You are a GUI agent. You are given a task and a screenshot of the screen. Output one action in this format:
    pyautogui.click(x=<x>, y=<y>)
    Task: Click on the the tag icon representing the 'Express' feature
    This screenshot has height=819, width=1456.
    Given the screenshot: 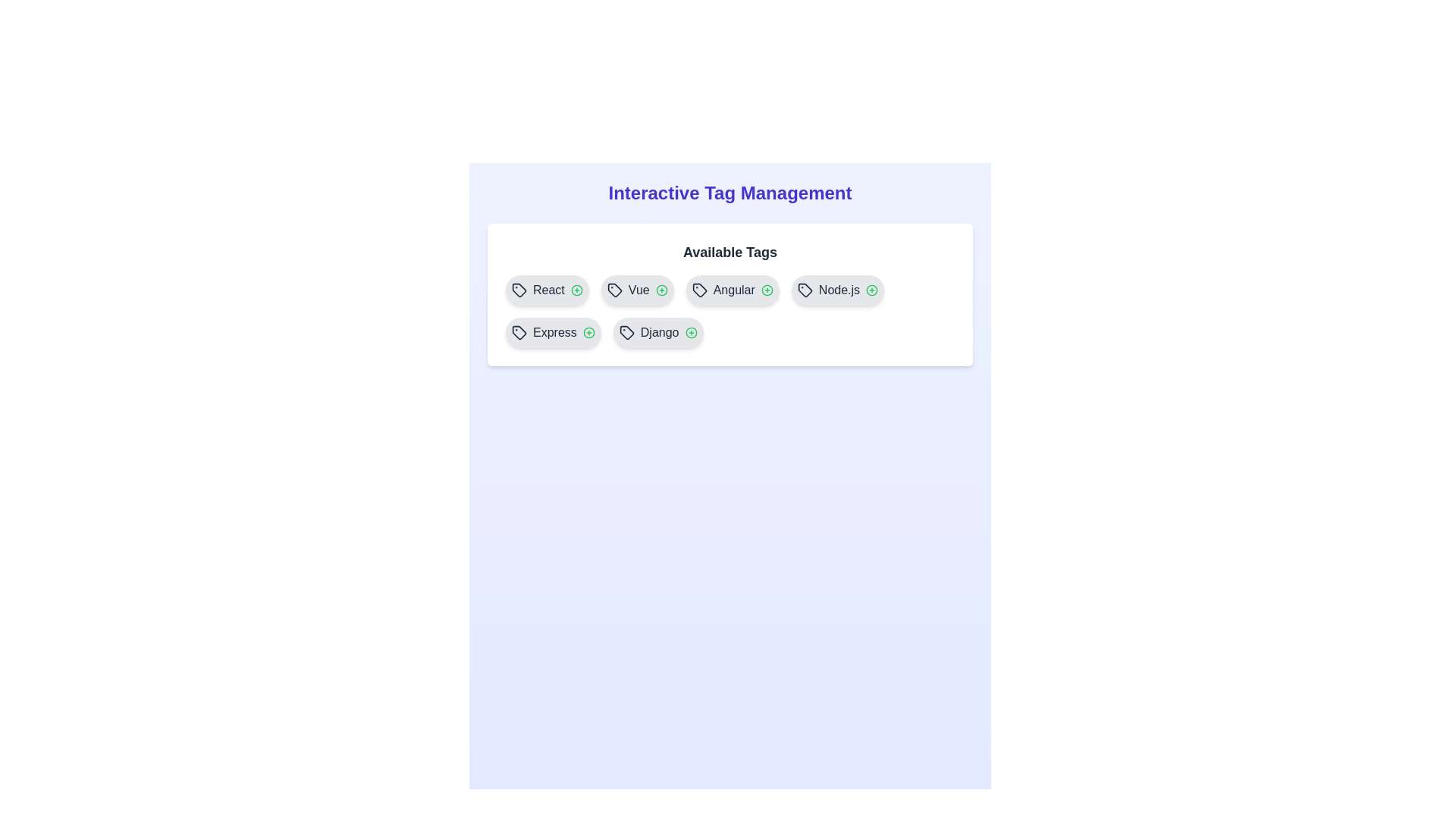 What is the action you would take?
    pyautogui.click(x=519, y=332)
    